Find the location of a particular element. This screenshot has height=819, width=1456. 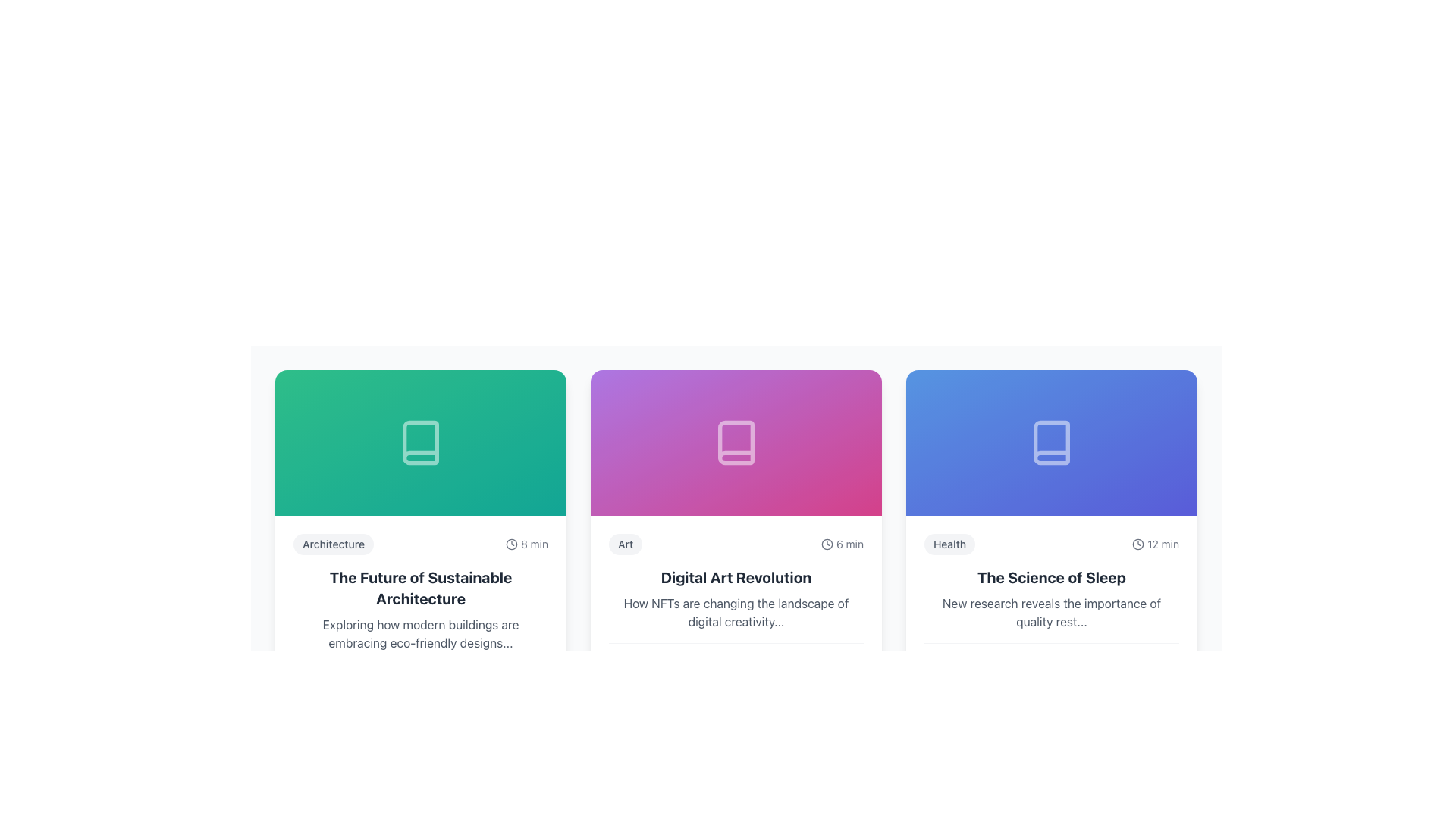

the text block that provides a brief description of 'The Science of Sleep', which is displayed in gray font below the title and above the button interface elements in the rightmost card is located at coordinates (1051, 611).